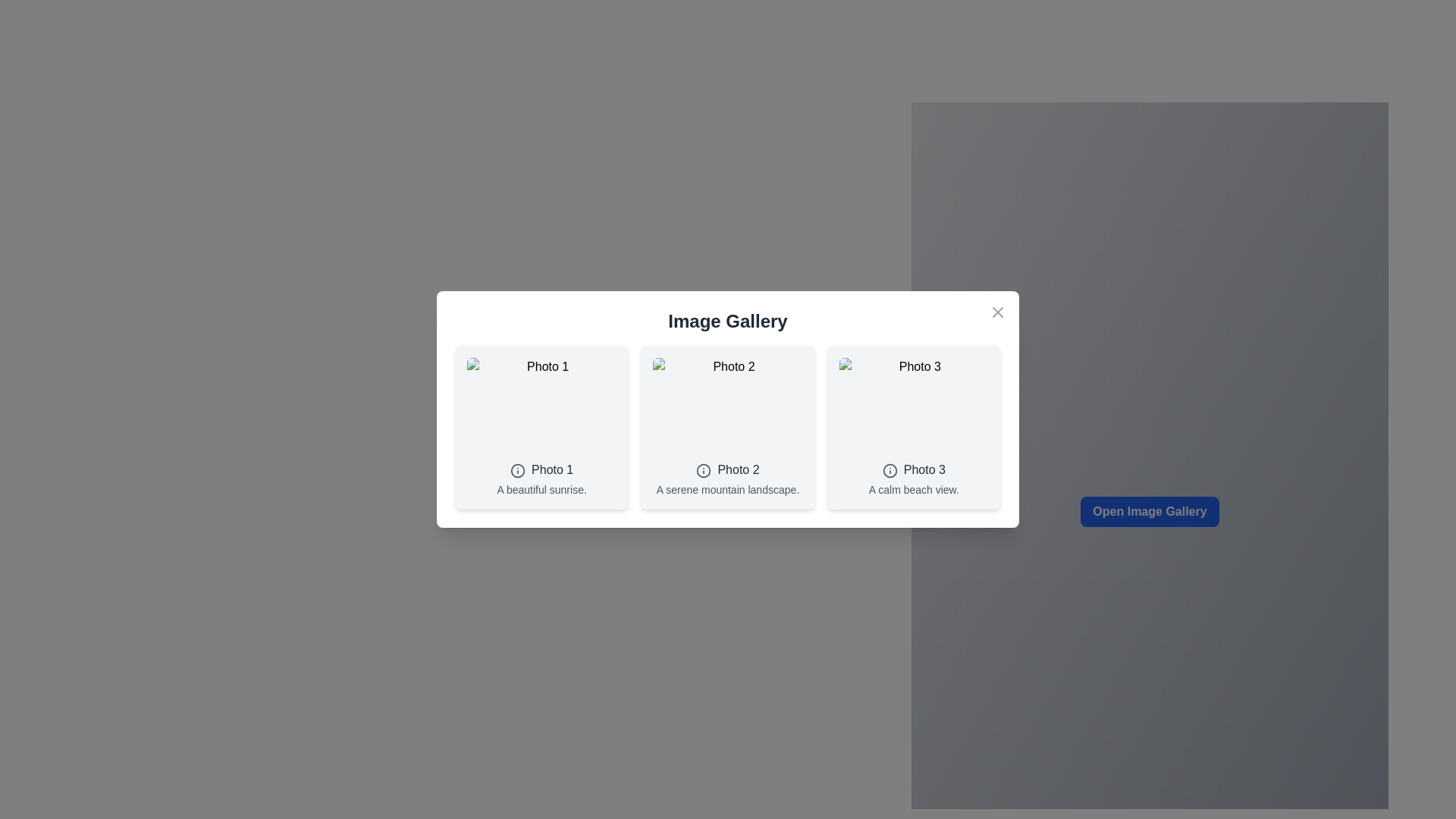 The image size is (1456, 819). Describe the element at coordinates (913, 406) in the screenshot. I see `the image placeholder for the third item` at that location.